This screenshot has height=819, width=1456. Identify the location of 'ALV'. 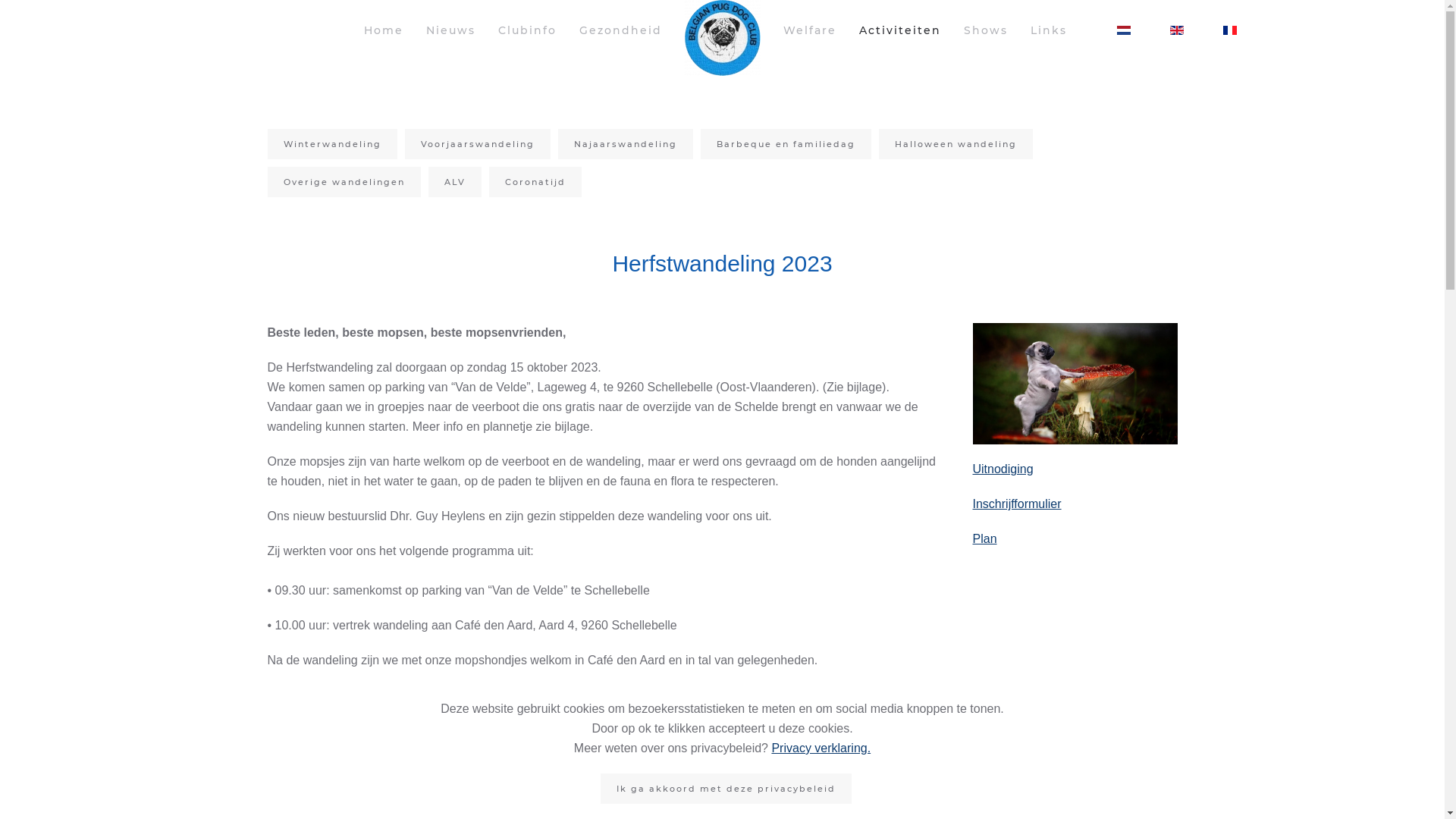
(453, 180).